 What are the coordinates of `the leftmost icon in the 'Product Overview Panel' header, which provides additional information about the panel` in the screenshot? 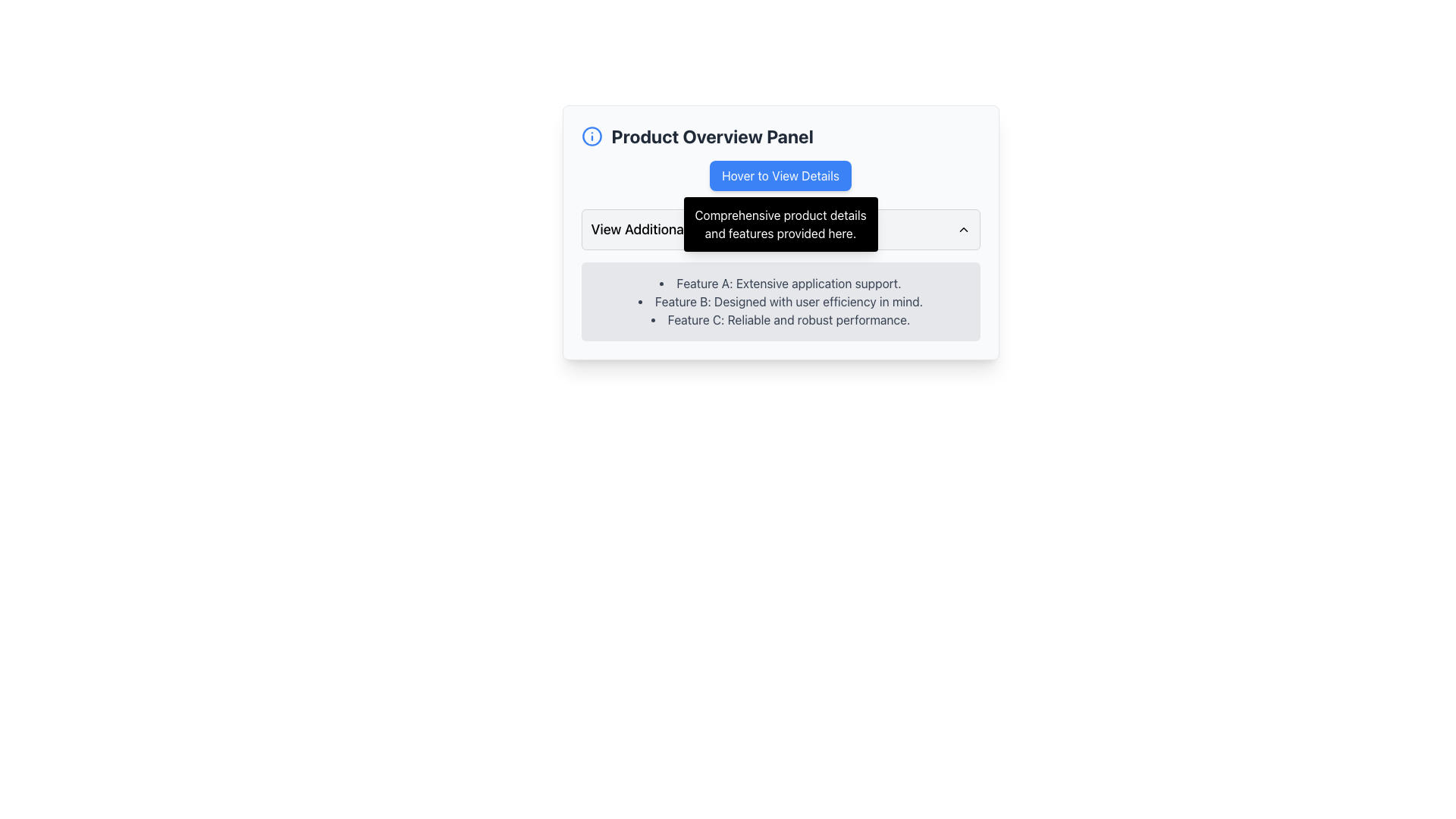 It's located at (591, 136).